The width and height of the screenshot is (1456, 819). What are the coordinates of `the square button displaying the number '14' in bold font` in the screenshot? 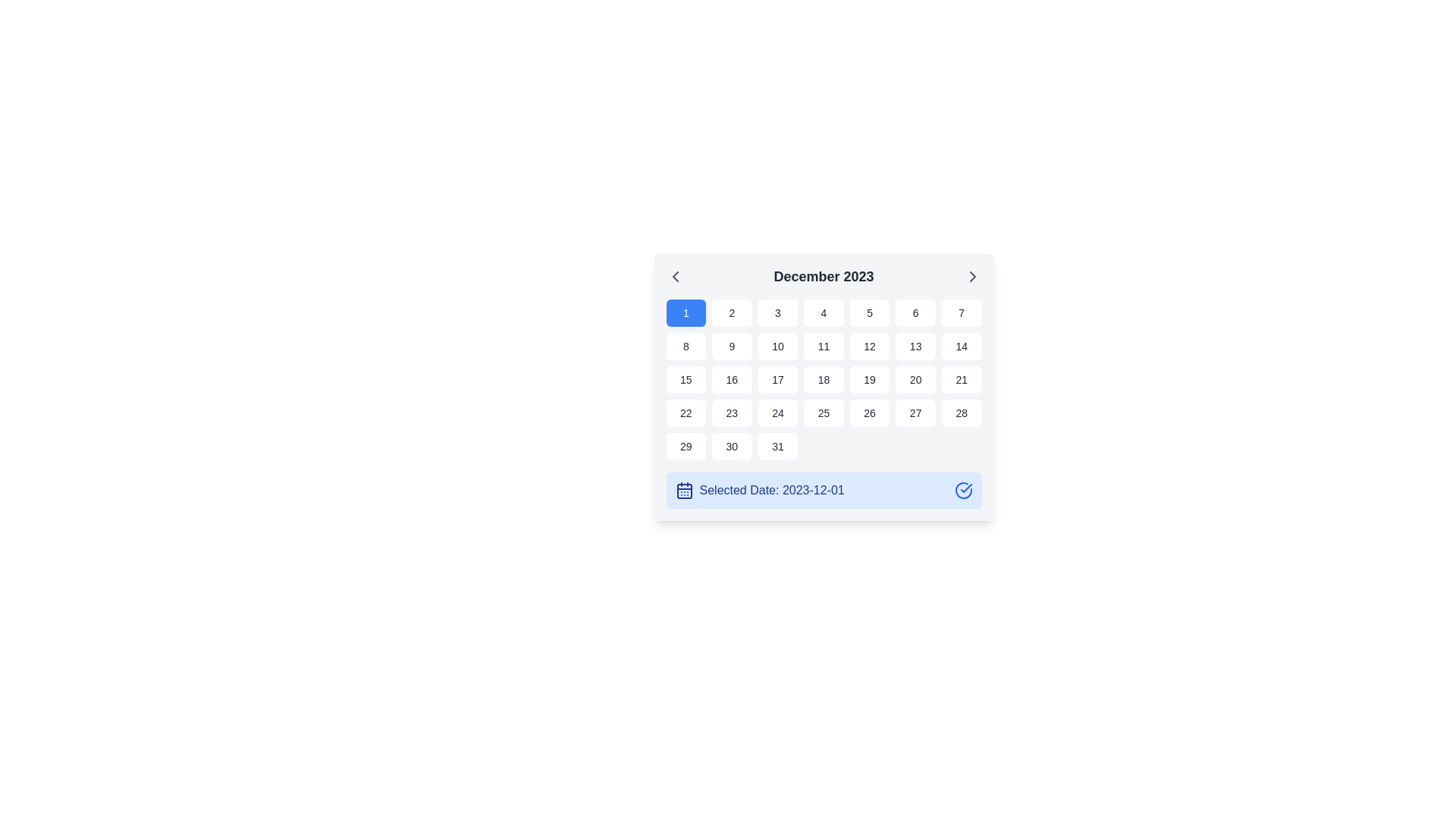 It's located at (961, 346).